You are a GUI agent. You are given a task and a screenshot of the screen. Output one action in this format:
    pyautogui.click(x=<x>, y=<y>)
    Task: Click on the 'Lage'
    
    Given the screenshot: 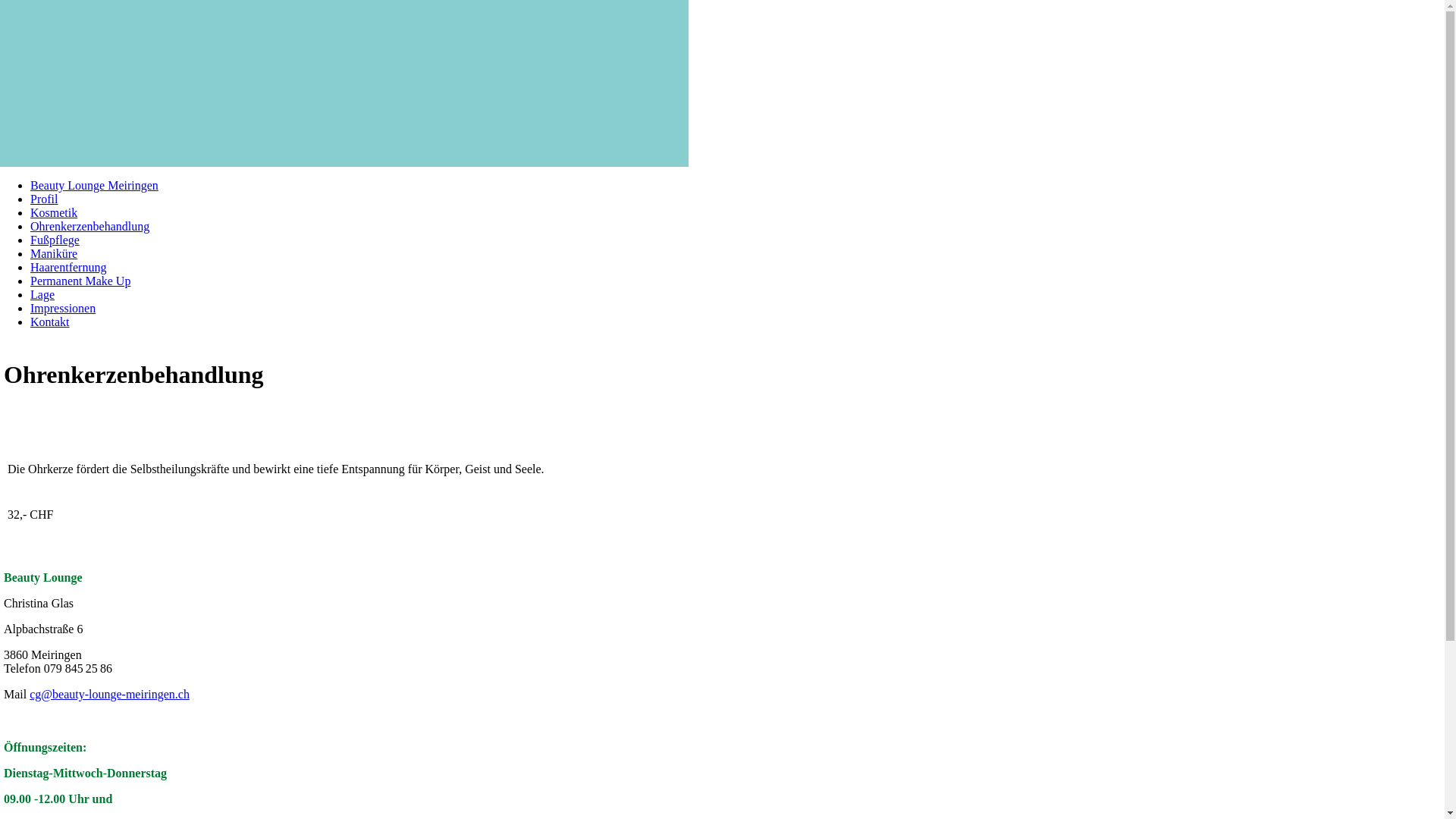 What is the action you would take?
    pyautogui.click(x=30, y=294)
    